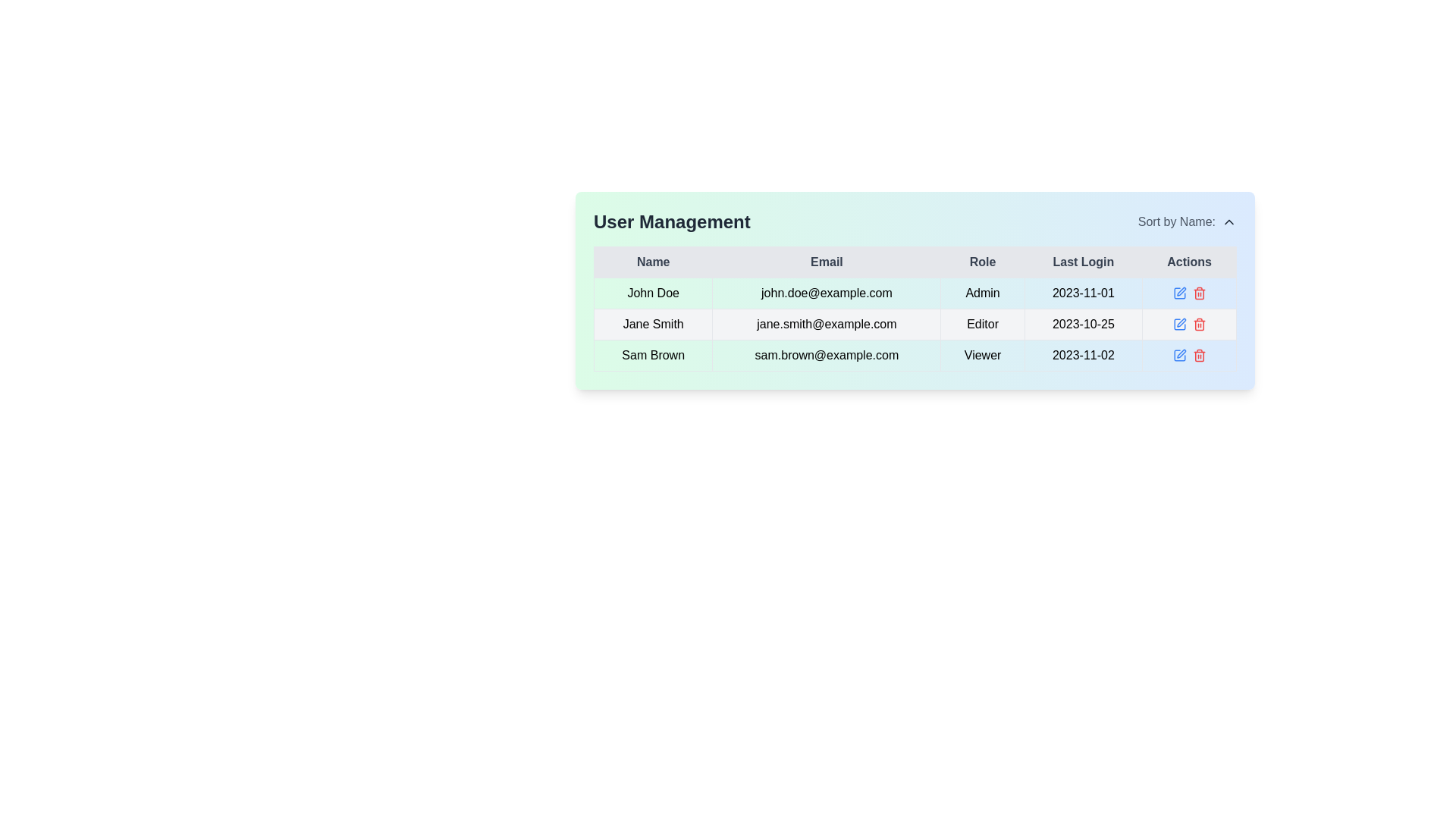 This screenshot has height=819, width=1456. I want to click on text content of the label displaying '2023-10-25' in the fourth column of the second row under the 'User Management' section, so click(1082, 324).